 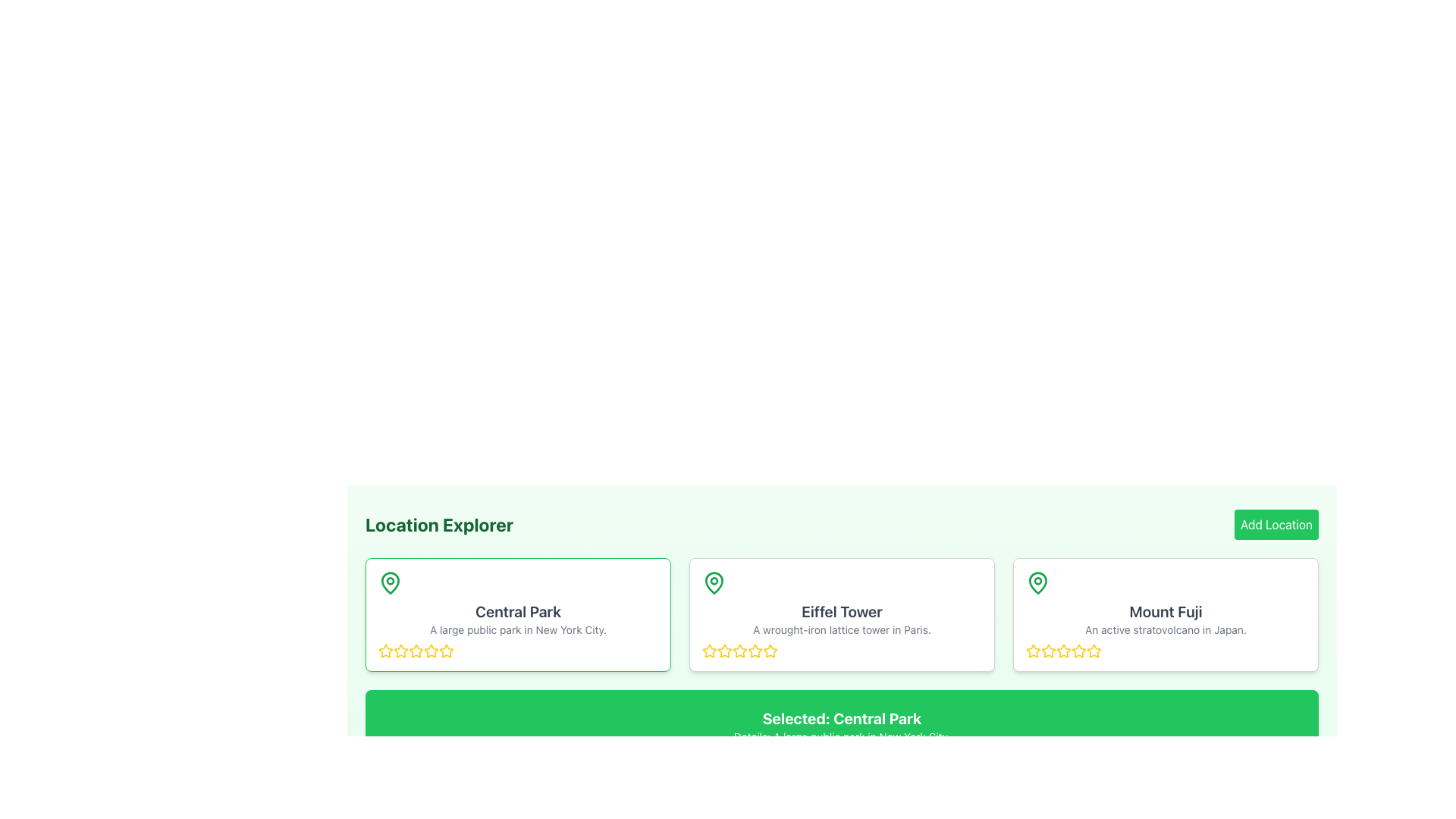 What do you see at coordinates (841, 610) in the screenshot?
I see `title text of the location card positioned above the description and below the green location pin icon in the middle of three horizontally arranged elements` at bounding box center [841, 610].